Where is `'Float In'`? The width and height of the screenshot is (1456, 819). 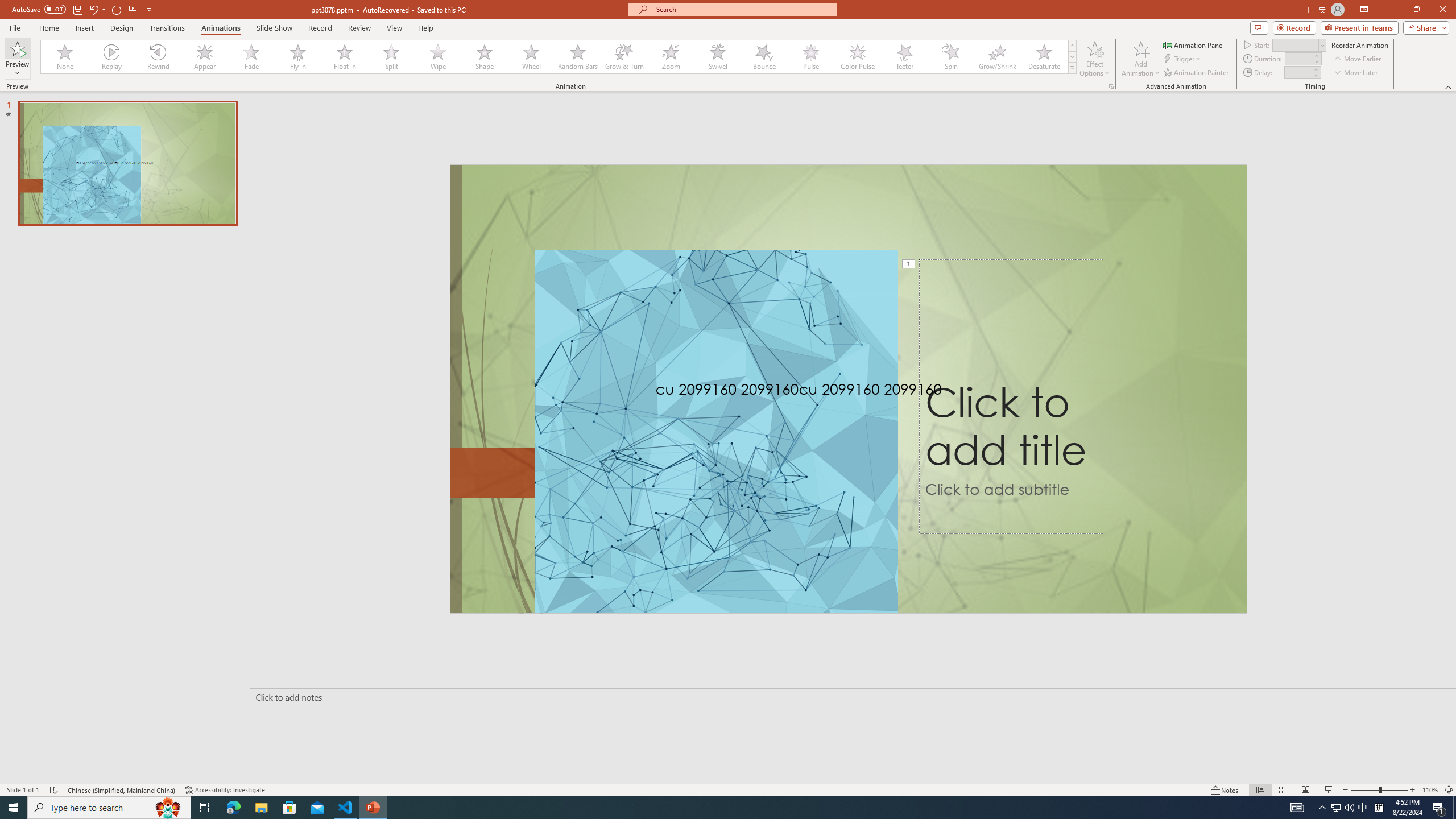
'Float In' is located at coordinates (345, 56).